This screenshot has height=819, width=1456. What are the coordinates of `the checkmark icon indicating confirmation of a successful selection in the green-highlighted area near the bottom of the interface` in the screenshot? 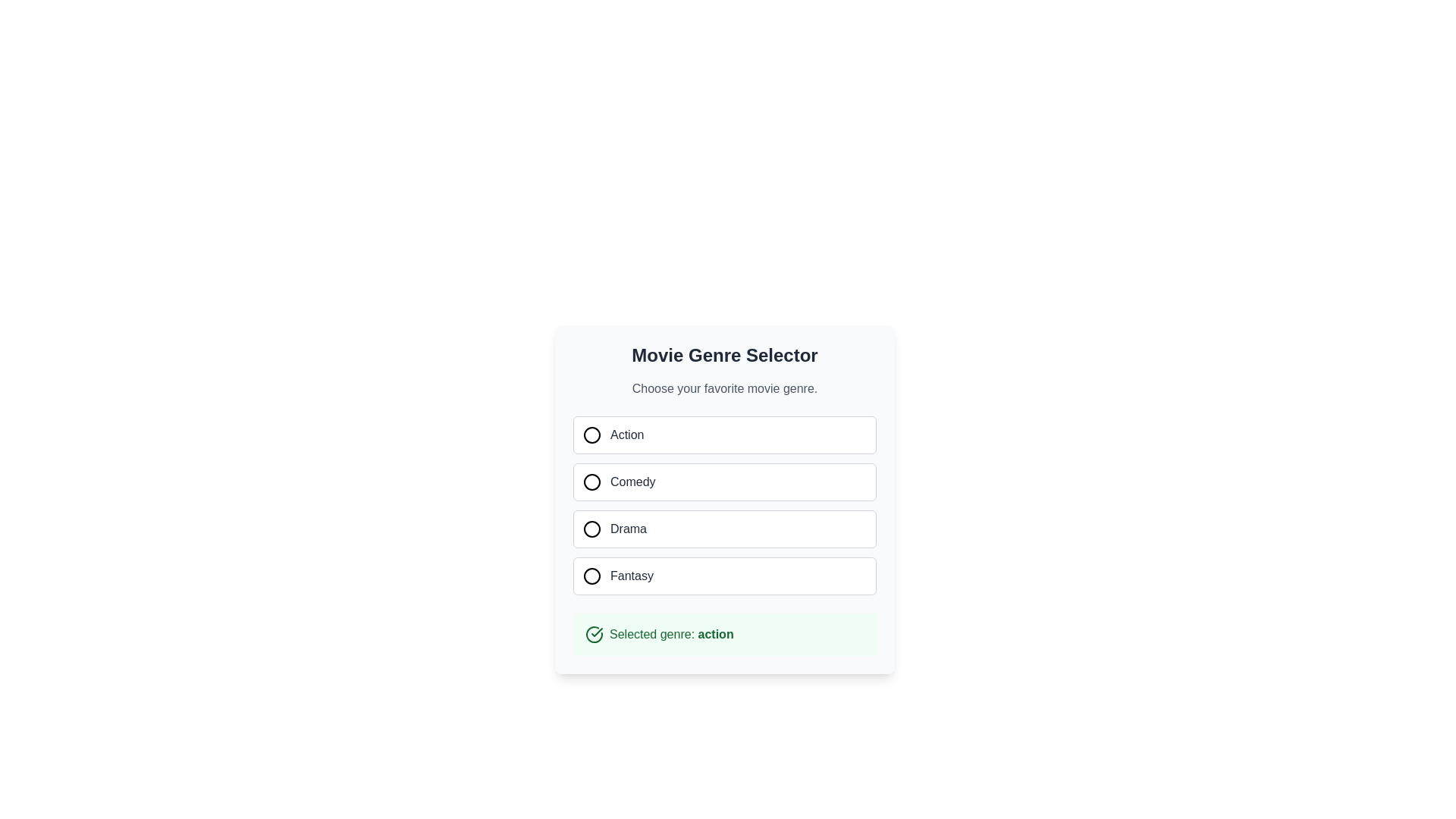 It's located at (596, 632).